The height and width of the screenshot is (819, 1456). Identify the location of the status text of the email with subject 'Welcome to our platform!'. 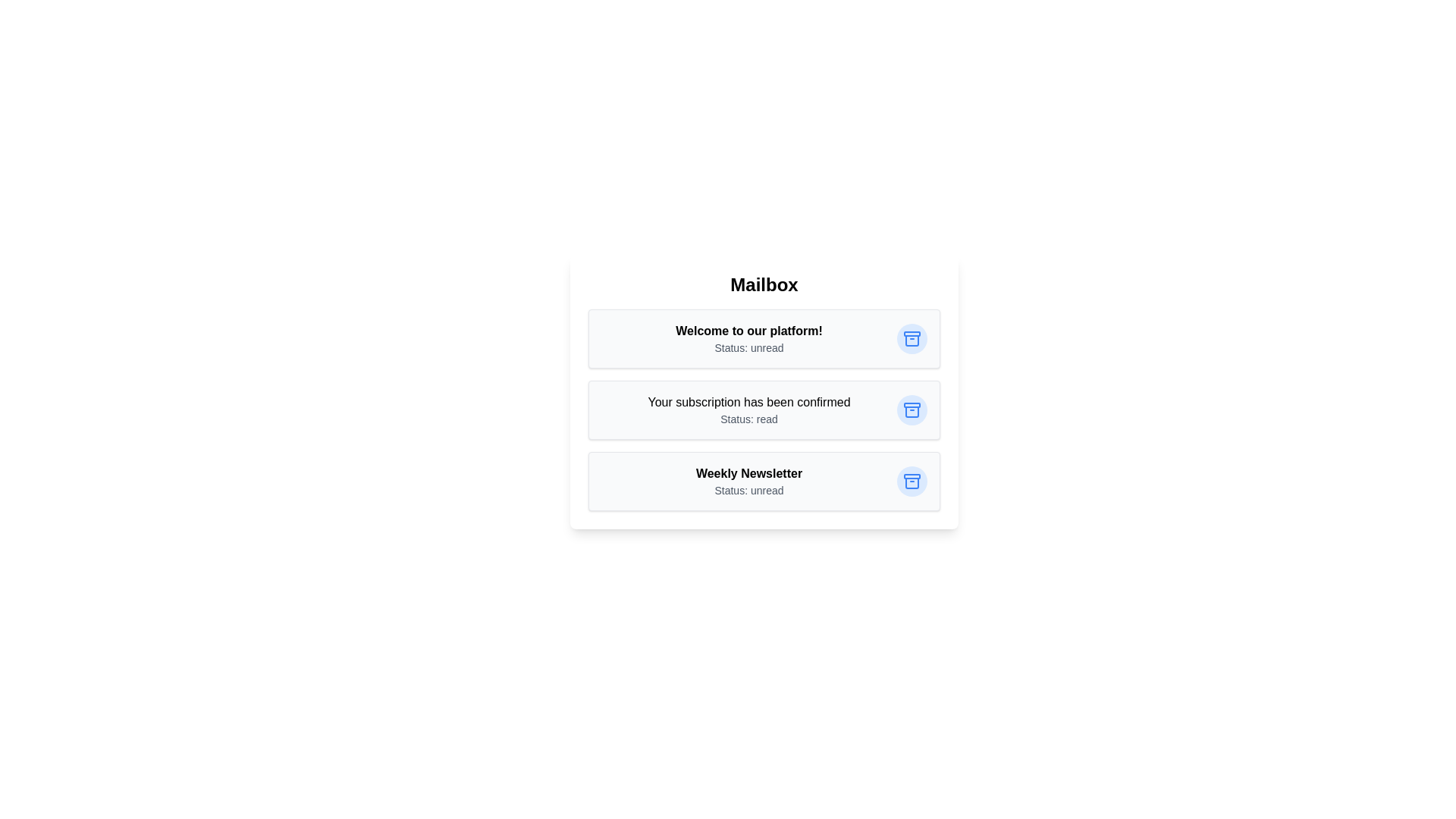
(749, 348).